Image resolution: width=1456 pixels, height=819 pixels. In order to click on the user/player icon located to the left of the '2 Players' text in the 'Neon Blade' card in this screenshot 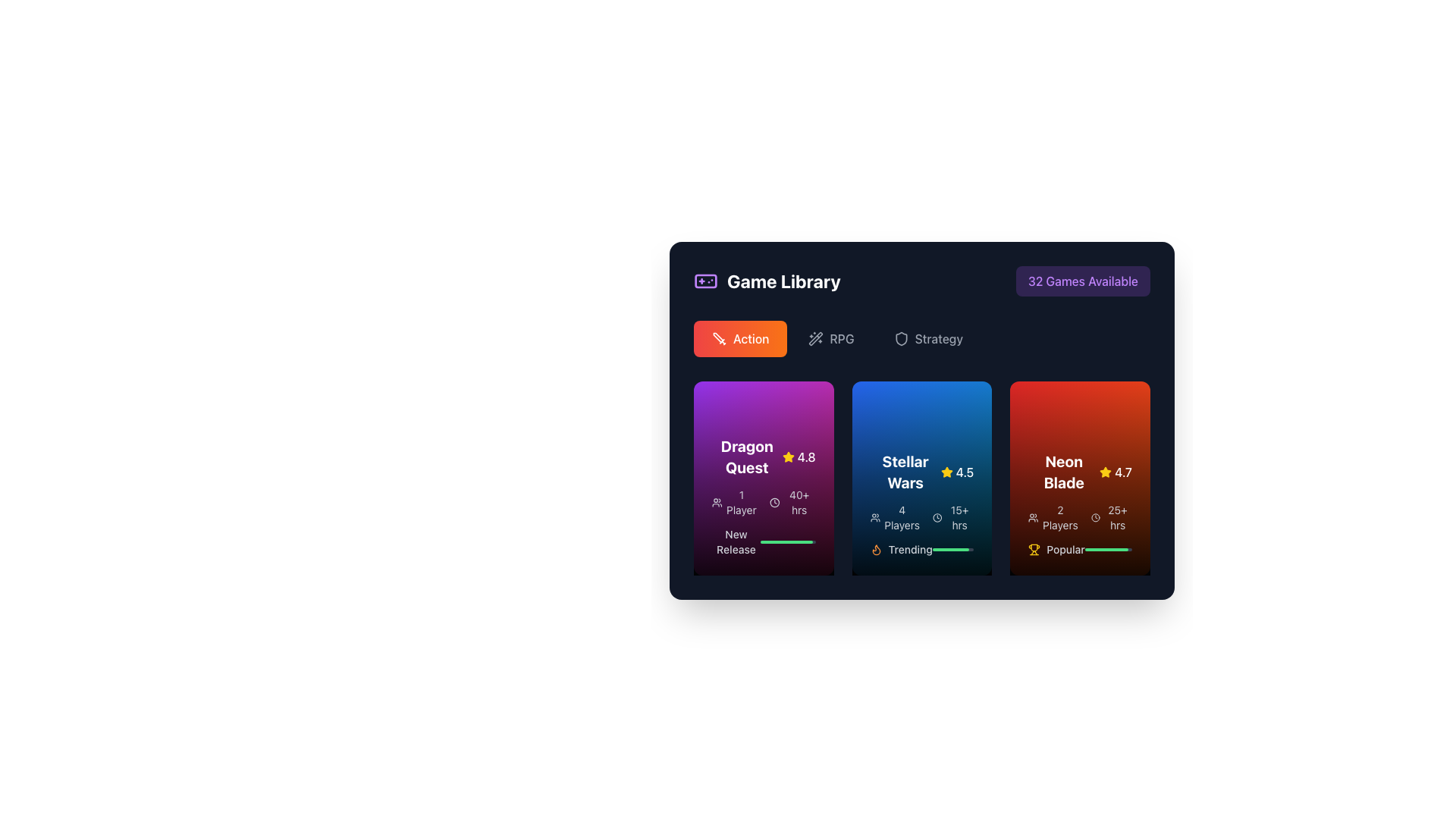, I will do `click(1033, 516)`.